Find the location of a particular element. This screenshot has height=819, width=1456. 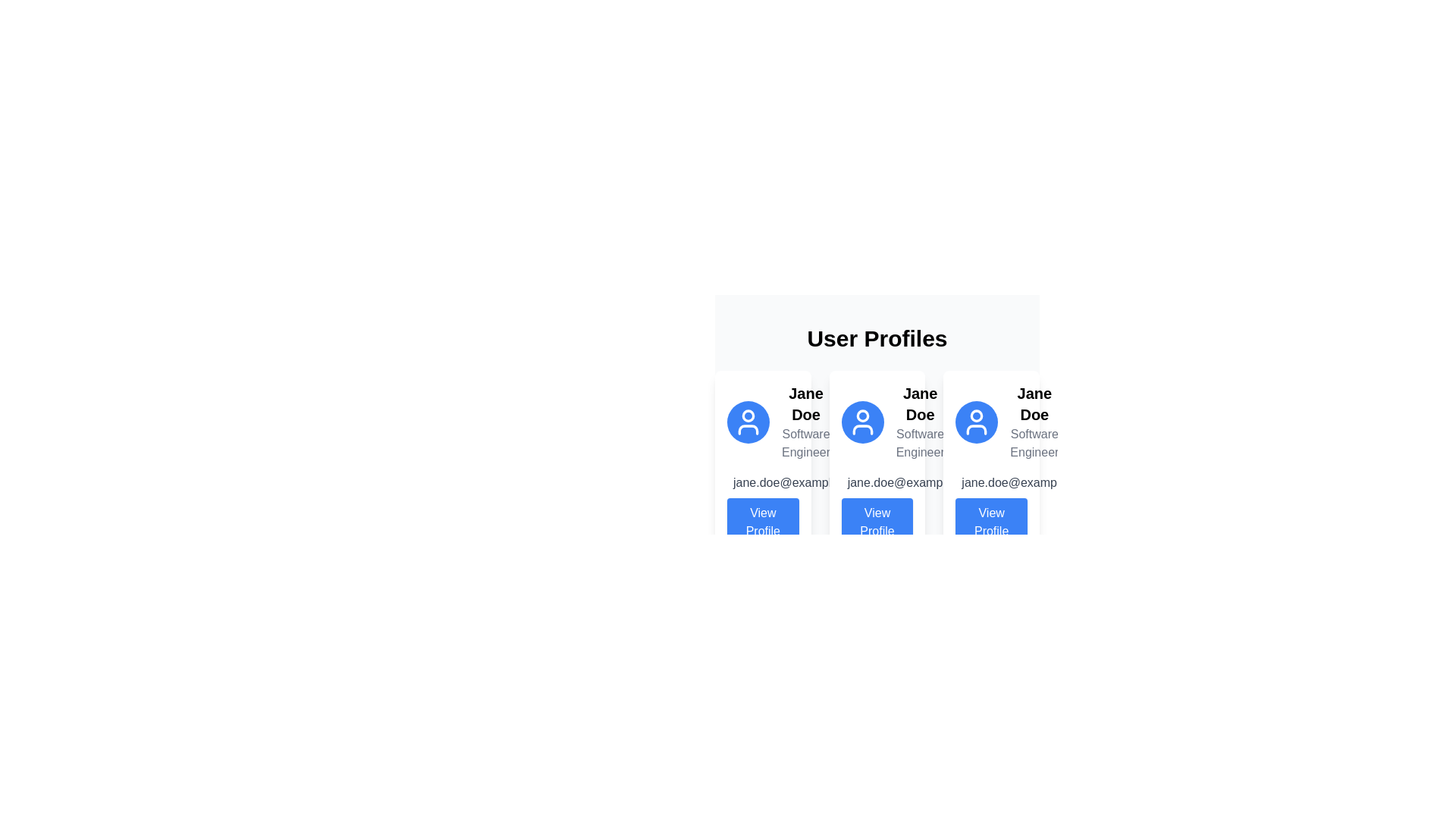

text content of the user profile title label located at the top-right corner of the fourth profile card, which is above the text 'Software Engineer' is located at coordinates (1034, 403).